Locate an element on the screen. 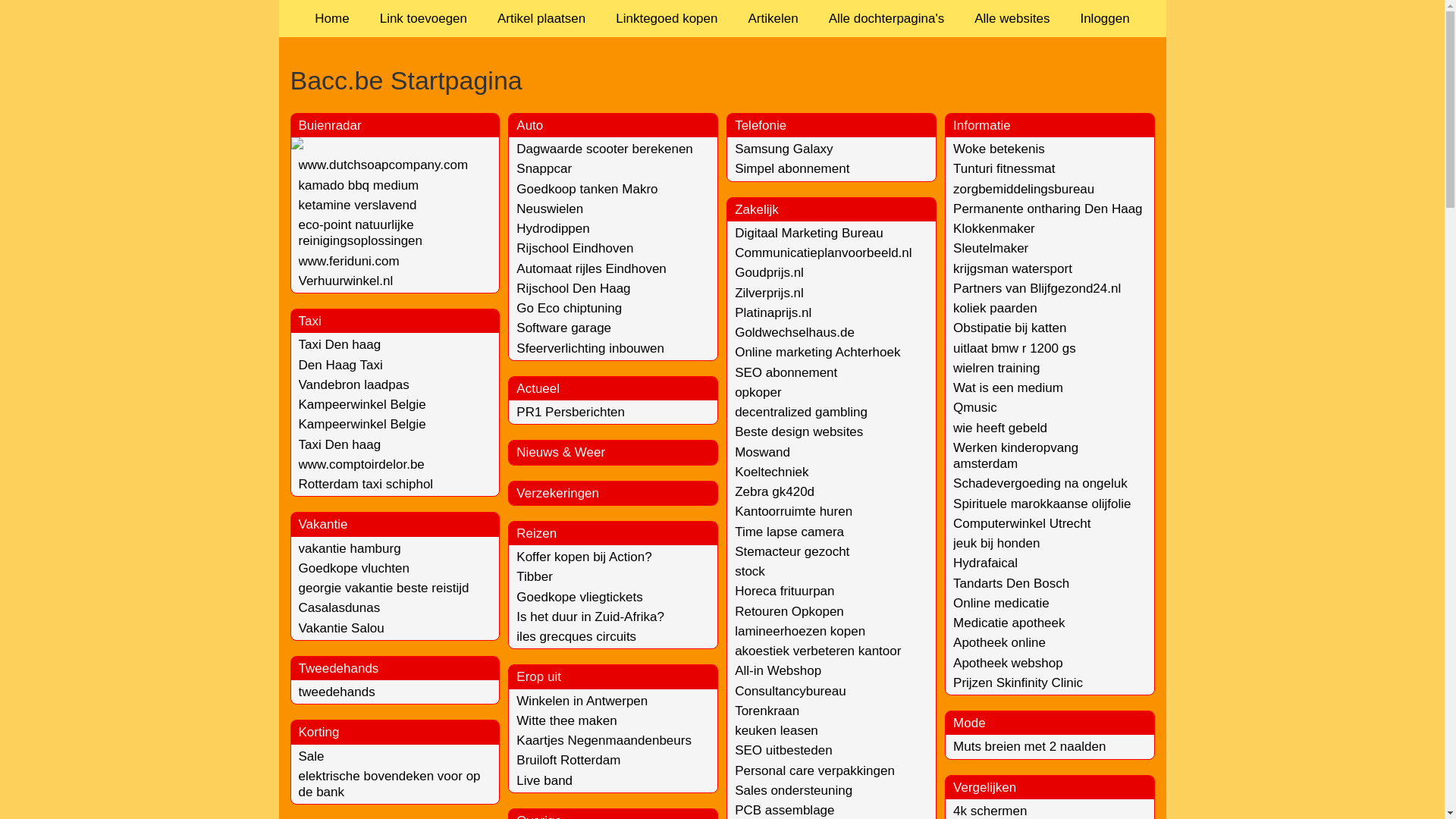  'Beste design websites' is located at coordinates (798, 431).